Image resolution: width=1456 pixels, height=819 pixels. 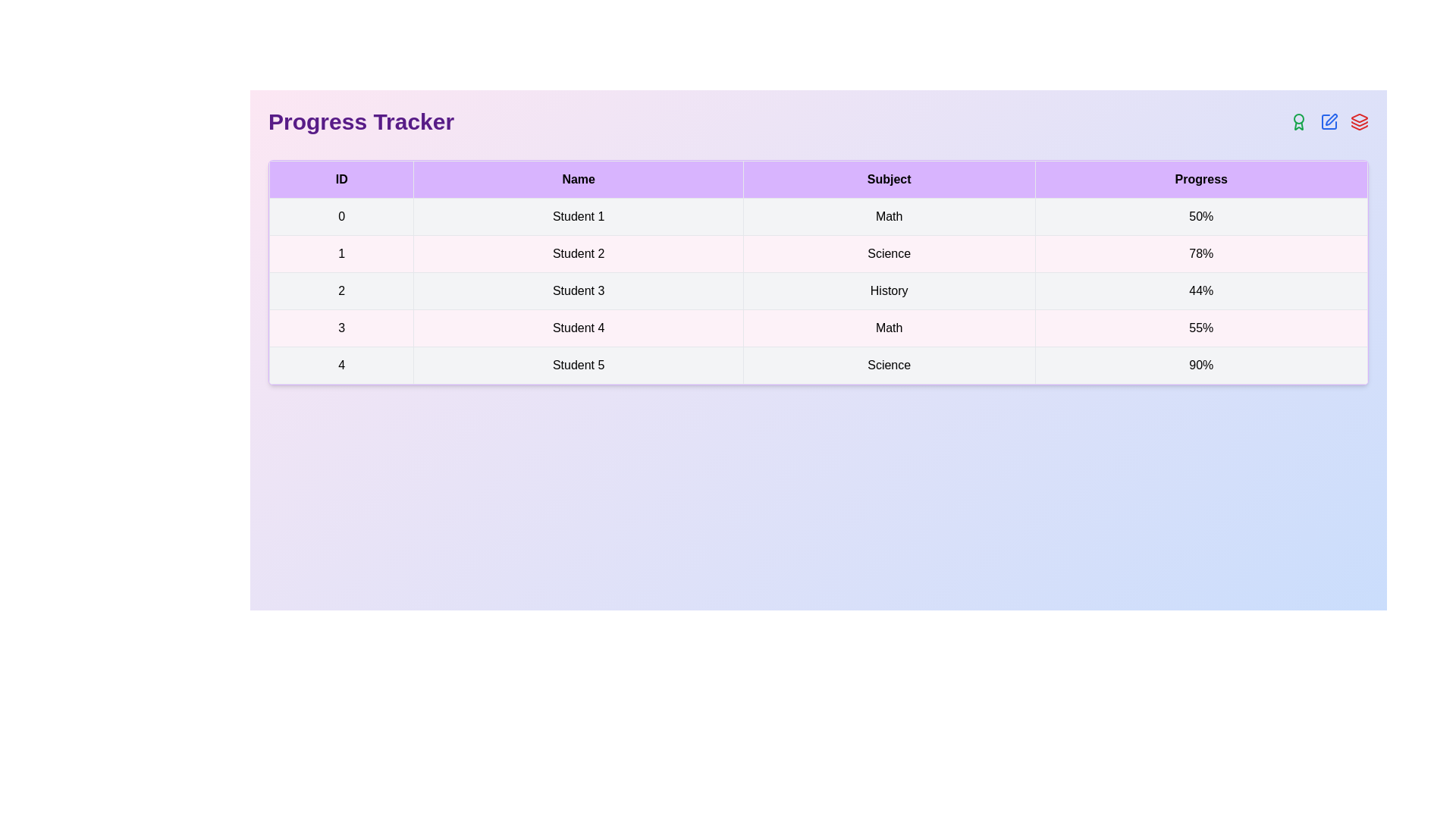 What do you see at coordinates (1298, 121) in the screenshot?
I see `the Award icon in the header` at bounding box center [1298, 121].